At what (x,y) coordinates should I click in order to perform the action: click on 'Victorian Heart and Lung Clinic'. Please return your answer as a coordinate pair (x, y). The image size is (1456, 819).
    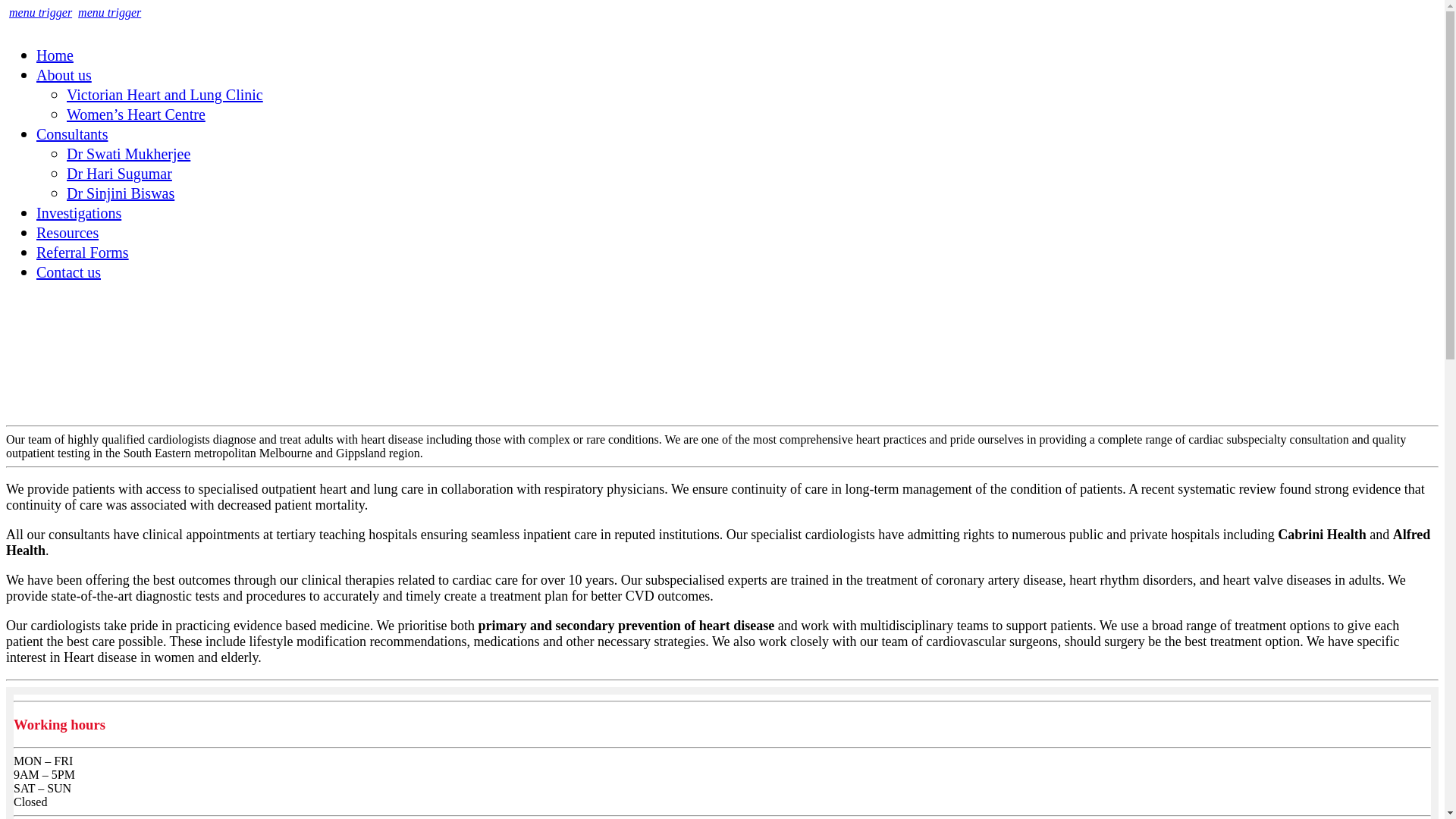
    Looking at the image, I should click on (165, 94).